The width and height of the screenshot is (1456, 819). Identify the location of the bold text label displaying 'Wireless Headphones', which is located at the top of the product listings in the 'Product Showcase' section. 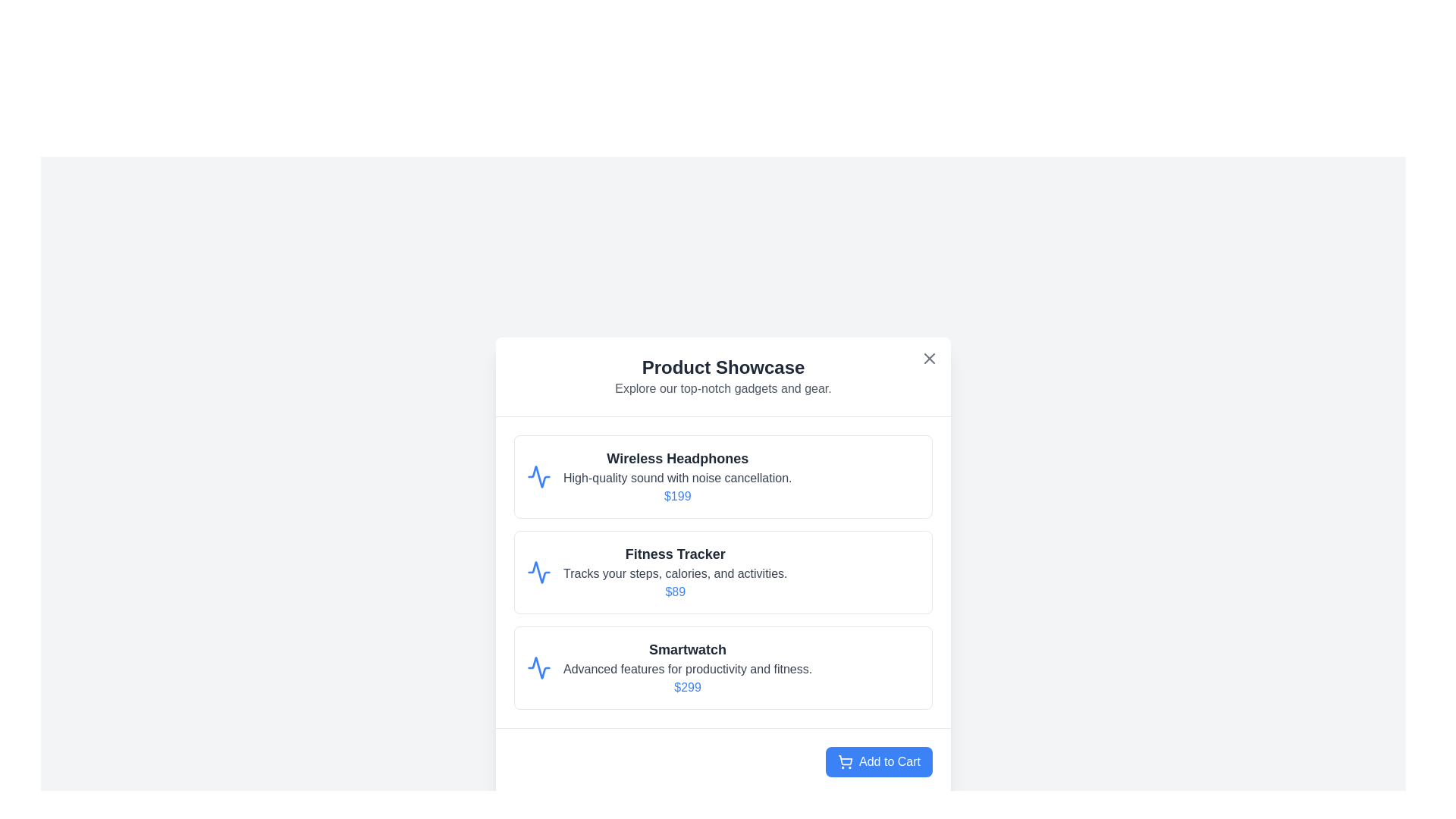
(676, 458).